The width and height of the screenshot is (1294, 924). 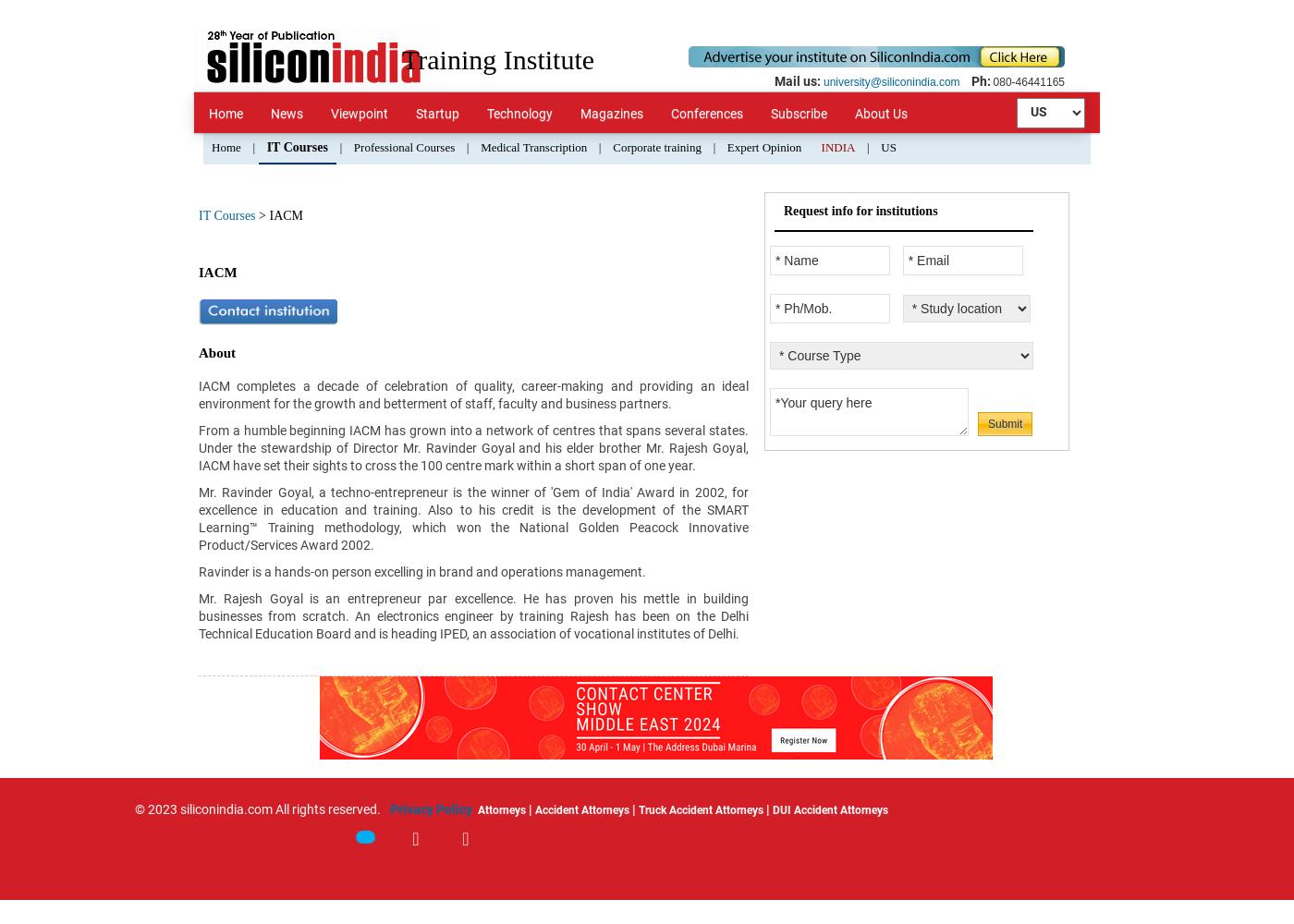 I want to click on 'Mail us:', so click(x=797, y=80).